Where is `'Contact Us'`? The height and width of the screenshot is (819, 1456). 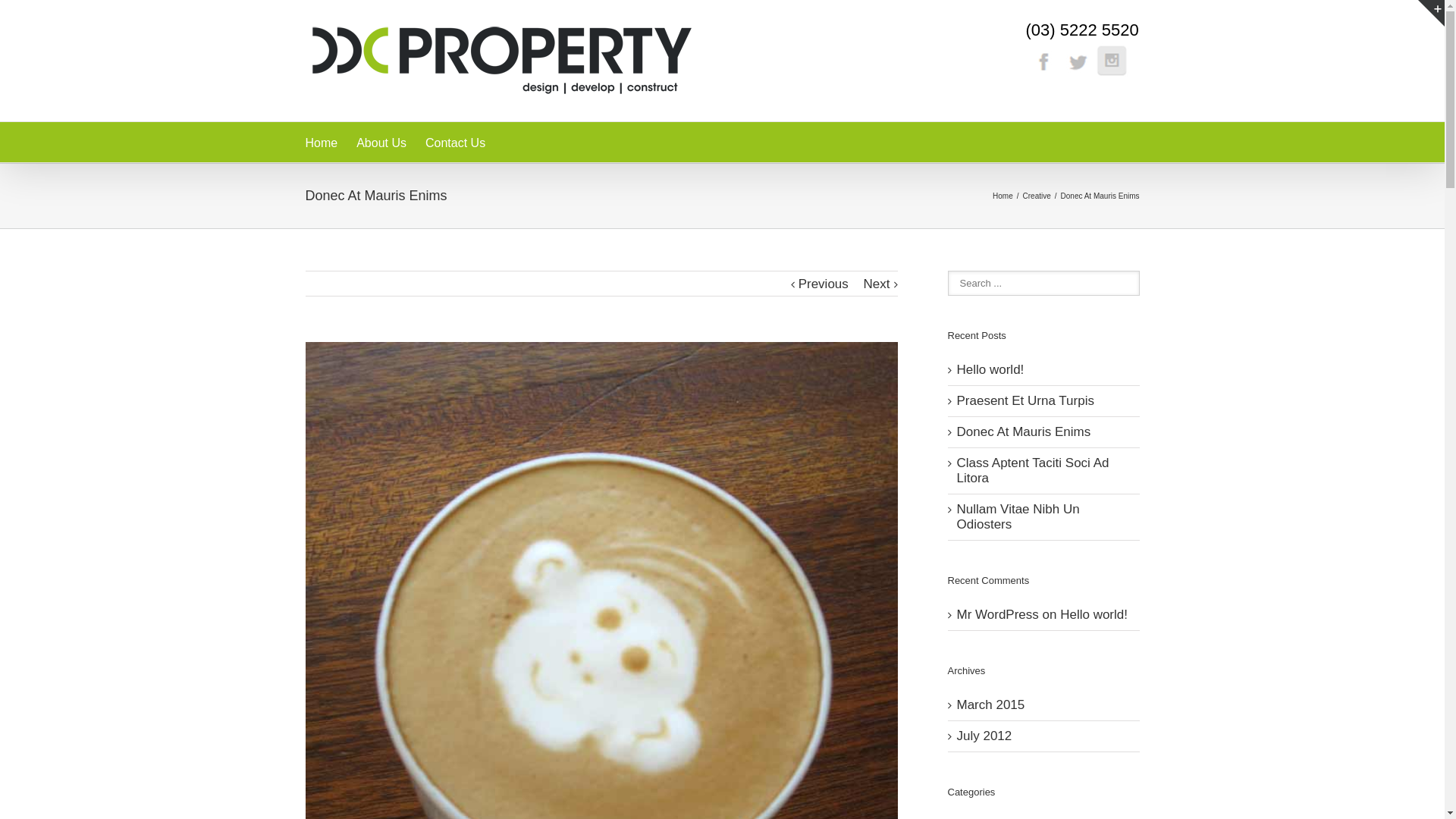 'Contact Us' is located at coordinates (454, 142).